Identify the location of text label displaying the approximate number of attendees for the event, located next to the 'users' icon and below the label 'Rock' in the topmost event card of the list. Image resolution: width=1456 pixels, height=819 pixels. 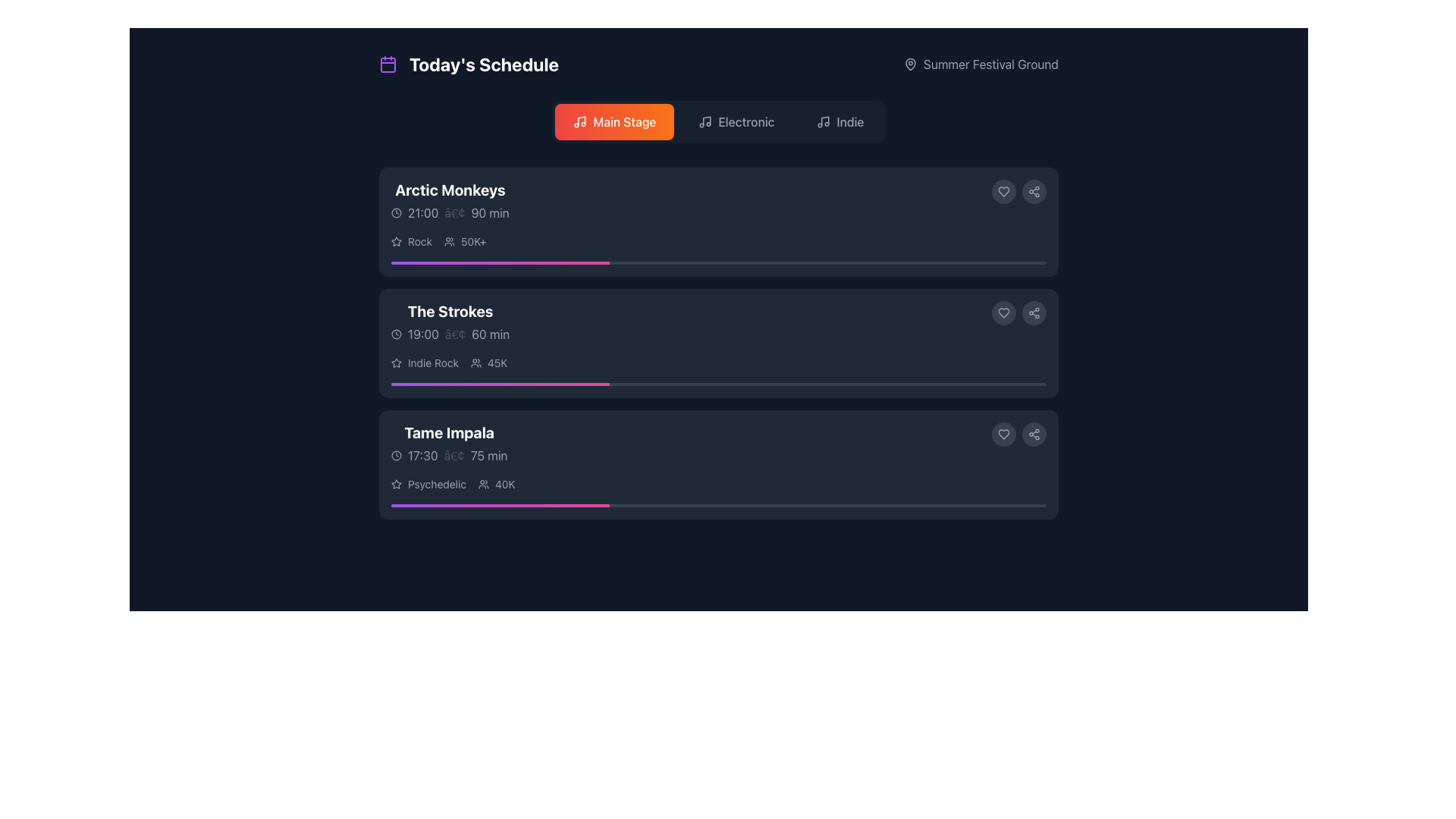
(464, 241).